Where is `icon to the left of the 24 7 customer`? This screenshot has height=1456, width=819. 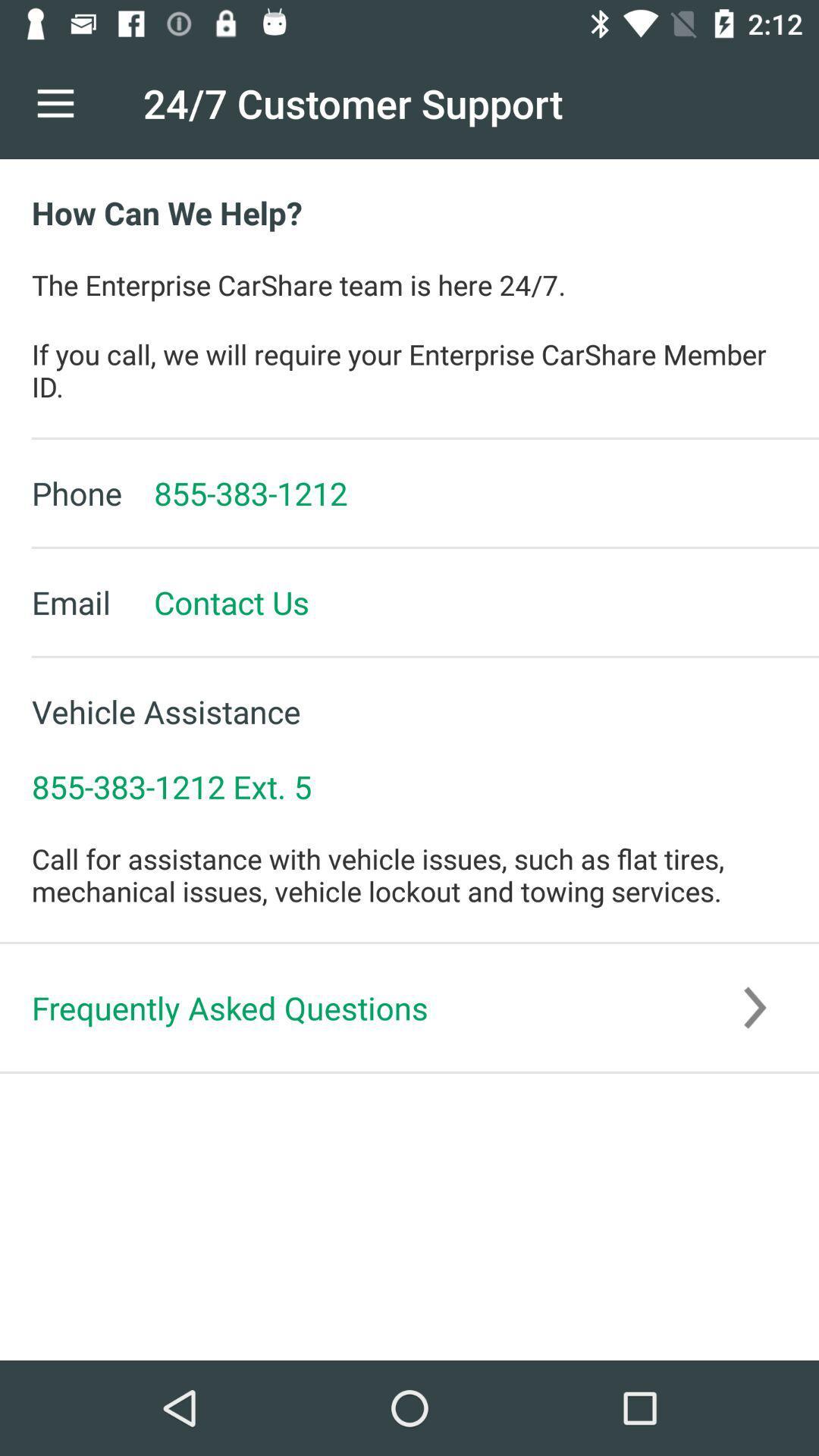
icon to the left of the 24 7 customer is located at coordinates (55, 102).